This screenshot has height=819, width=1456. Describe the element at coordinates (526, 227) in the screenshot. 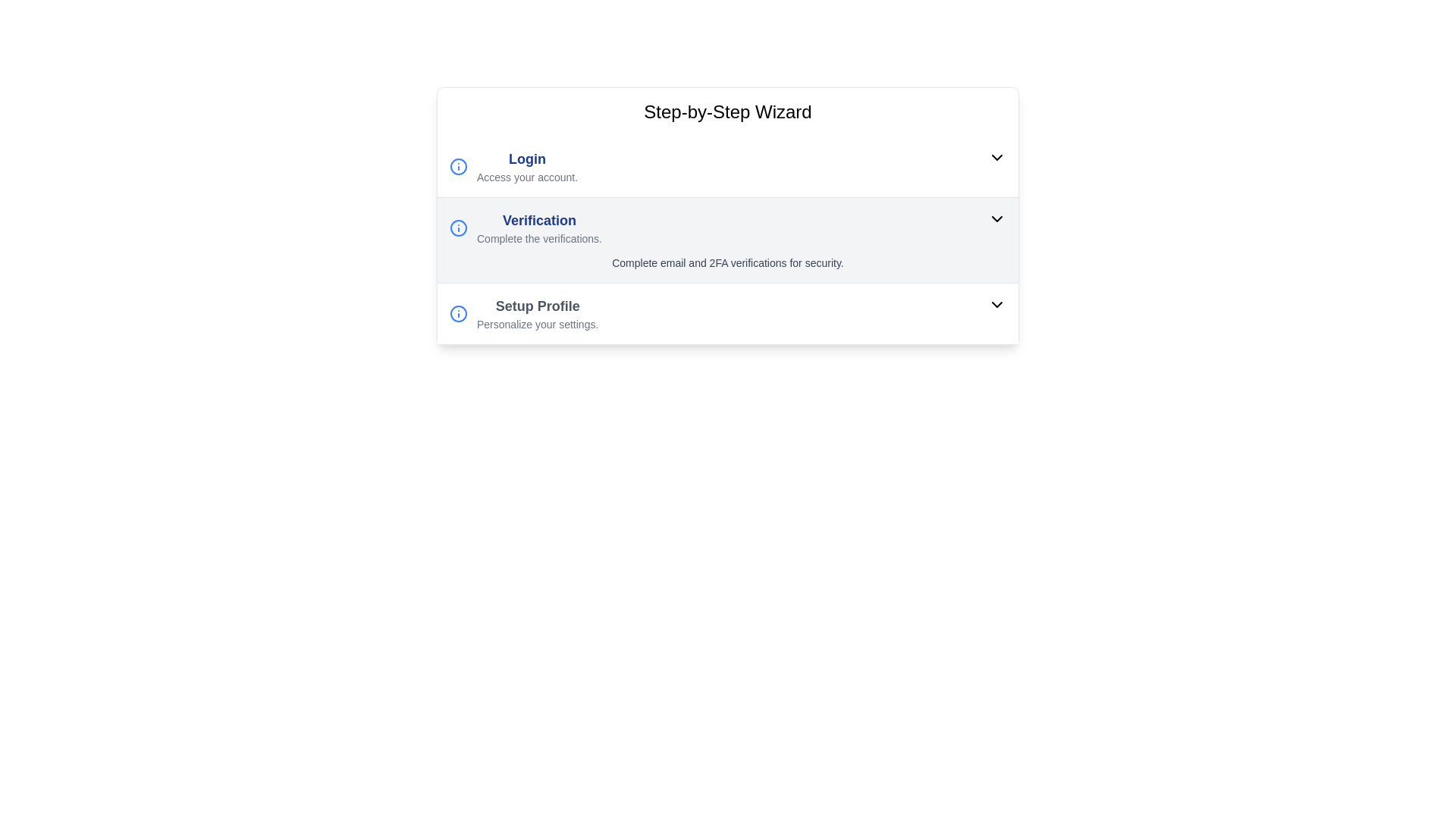

I see `the informational block with the heading 'Verification' and the description 'Complete the verifications.'` at that location.